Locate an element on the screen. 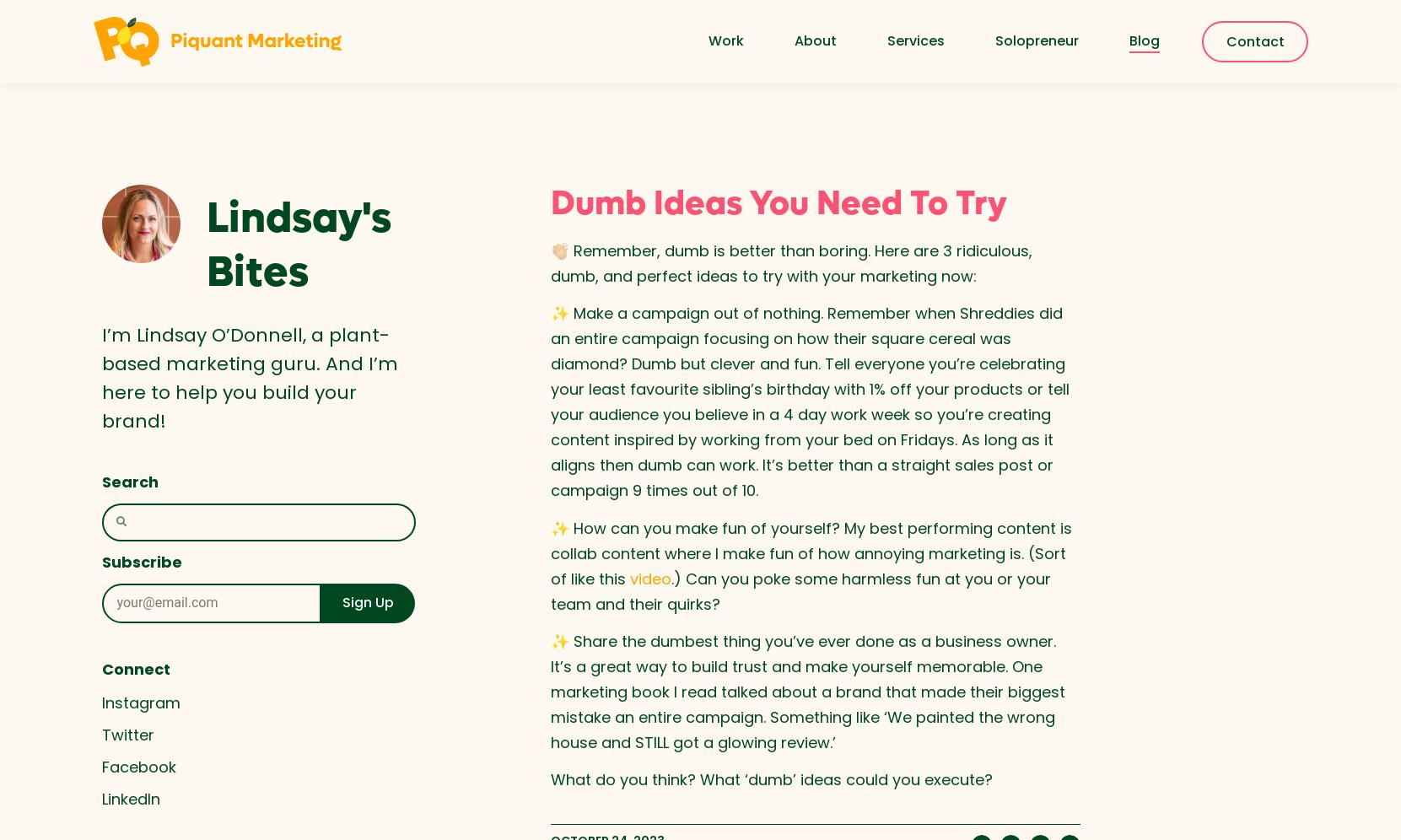 Image resolution: width=1401 pixels, height=840 pixels. '👏🏻 Remember, dumb is better than boring. Here are 3 ridiculous, dumb, and perfect ideas to try with your marketing now:' is located at coordinates (789, 261).